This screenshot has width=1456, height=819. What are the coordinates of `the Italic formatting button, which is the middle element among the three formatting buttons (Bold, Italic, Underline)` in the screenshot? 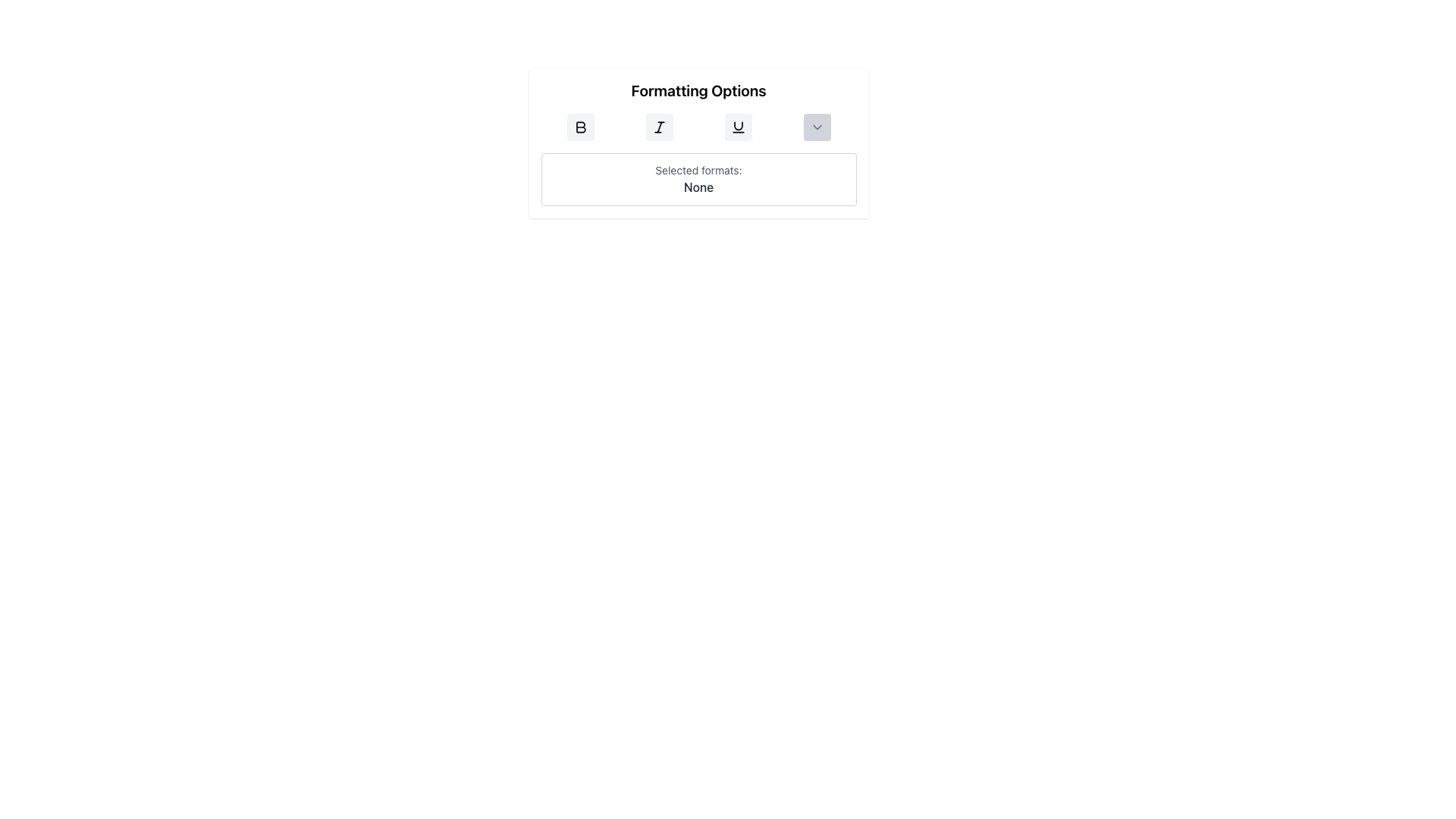 It's located at (659, 127).